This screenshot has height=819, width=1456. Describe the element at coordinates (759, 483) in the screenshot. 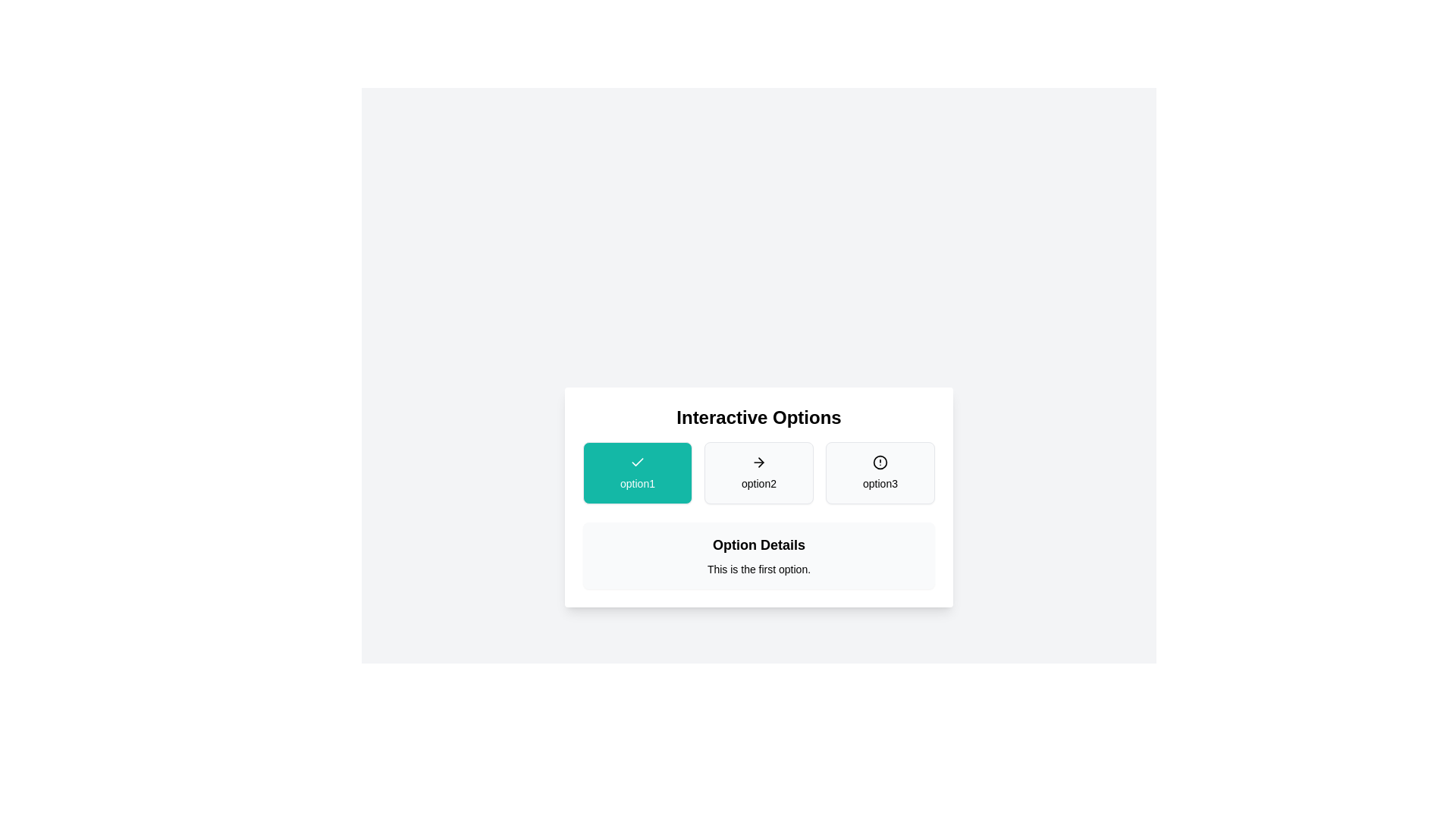

I see `the static text label displaying 'option2', which is located below an arrow-shaped icon within a card-like structure` at that location.